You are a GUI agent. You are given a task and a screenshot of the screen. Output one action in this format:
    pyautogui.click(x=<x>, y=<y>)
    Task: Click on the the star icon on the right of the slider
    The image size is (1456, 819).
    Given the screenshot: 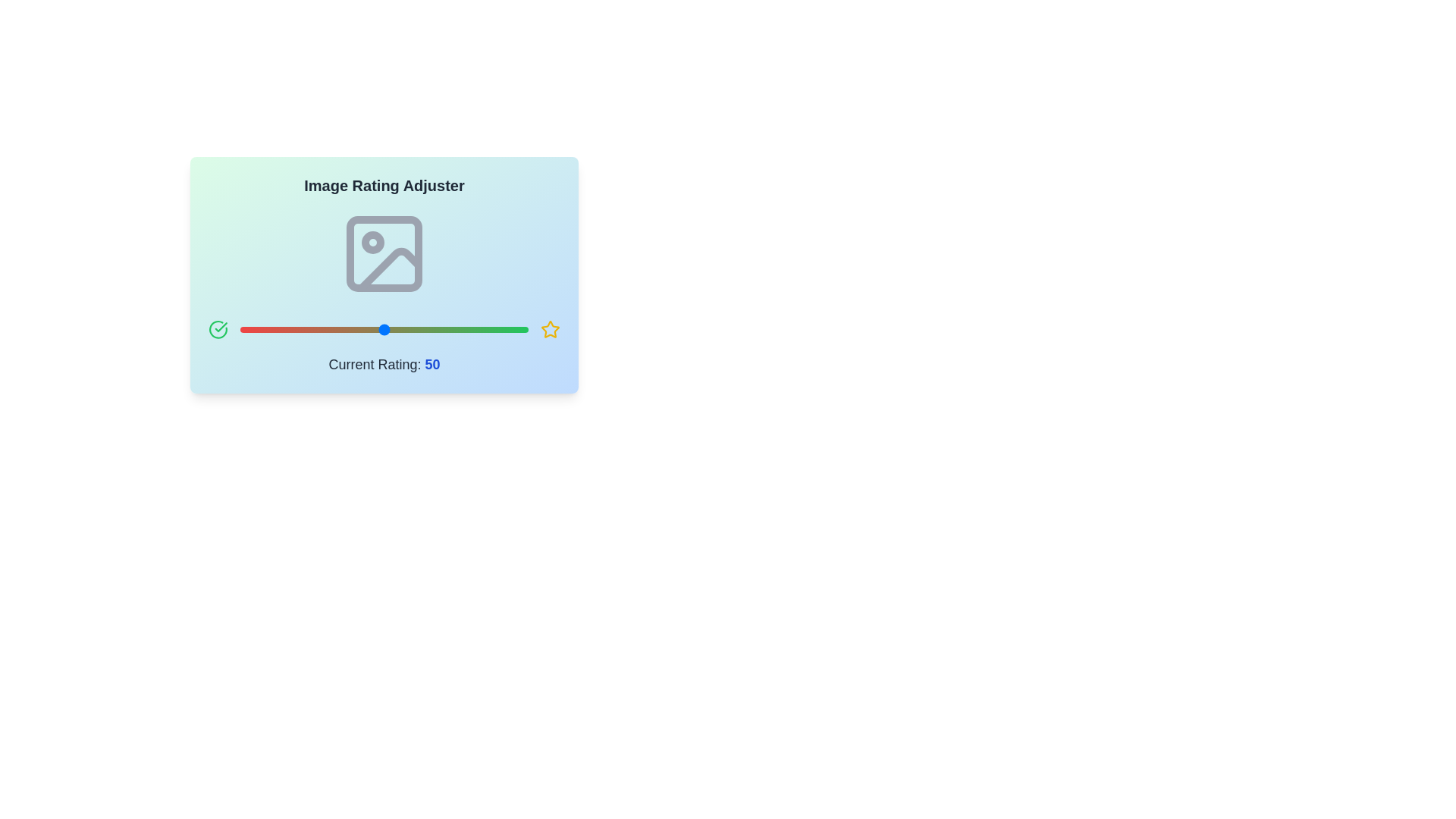 What is the action you would take?
    pyautogui.click(x=549, y=329)
    